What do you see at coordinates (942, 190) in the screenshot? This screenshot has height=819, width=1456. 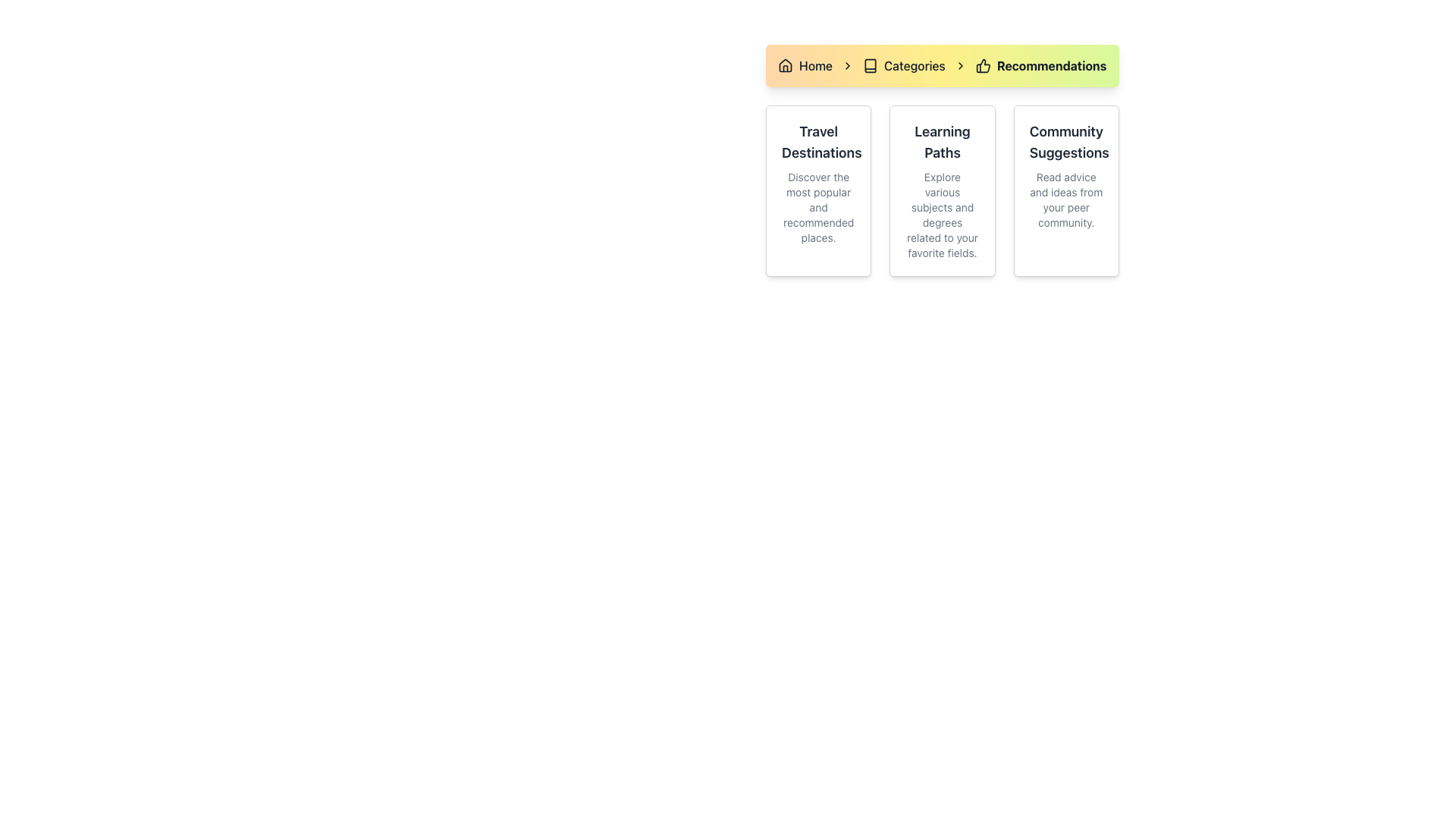 I see `the informational card that provides guidance on learning paths, positioned as the second card in a grid layout between 'Travel Destinations' and 'Community Suggestions'` at bounding box center [942, 190].